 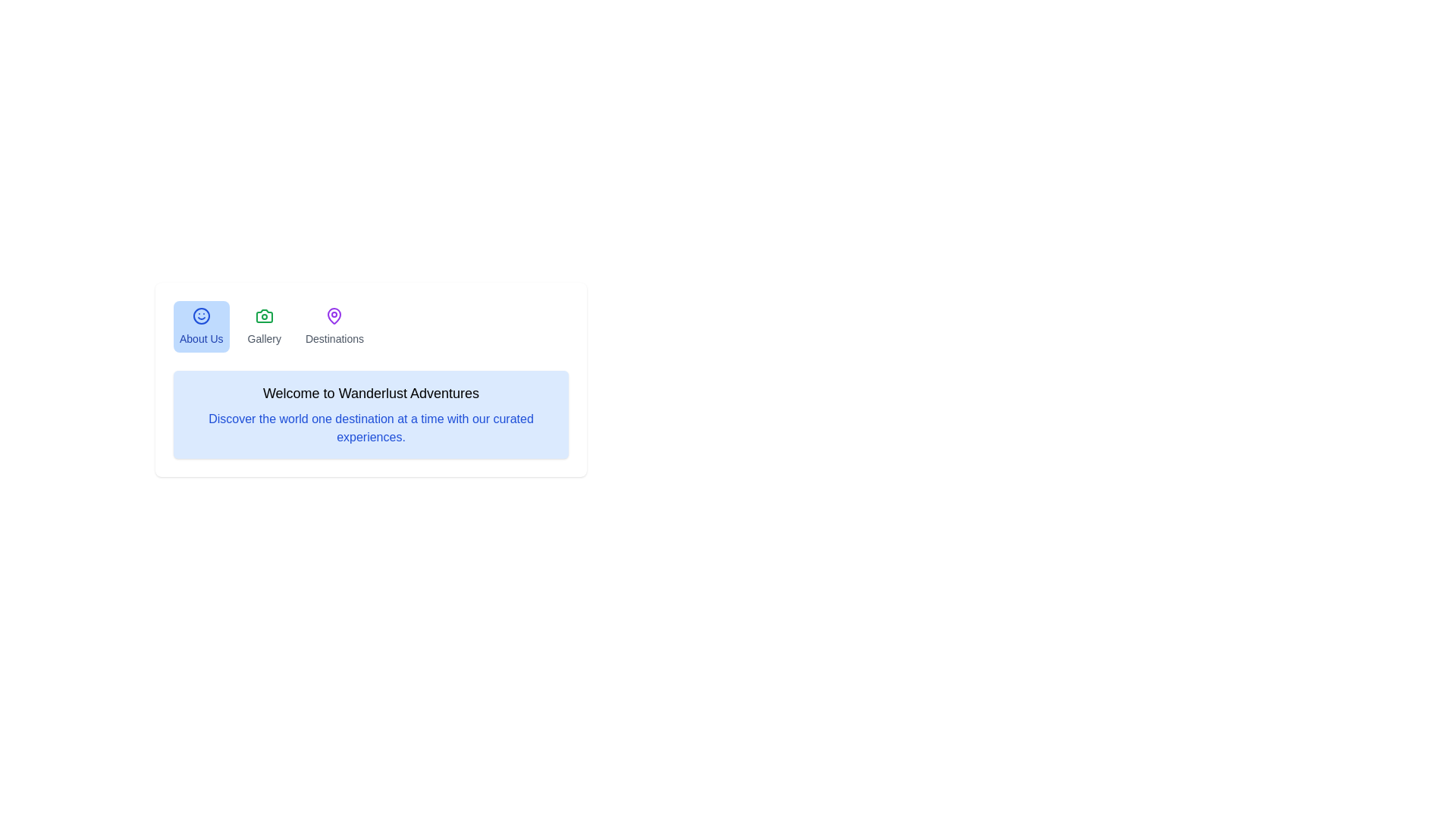 I want to click on the tab labeled Destinations to view its content, so click(x=334, y=326).